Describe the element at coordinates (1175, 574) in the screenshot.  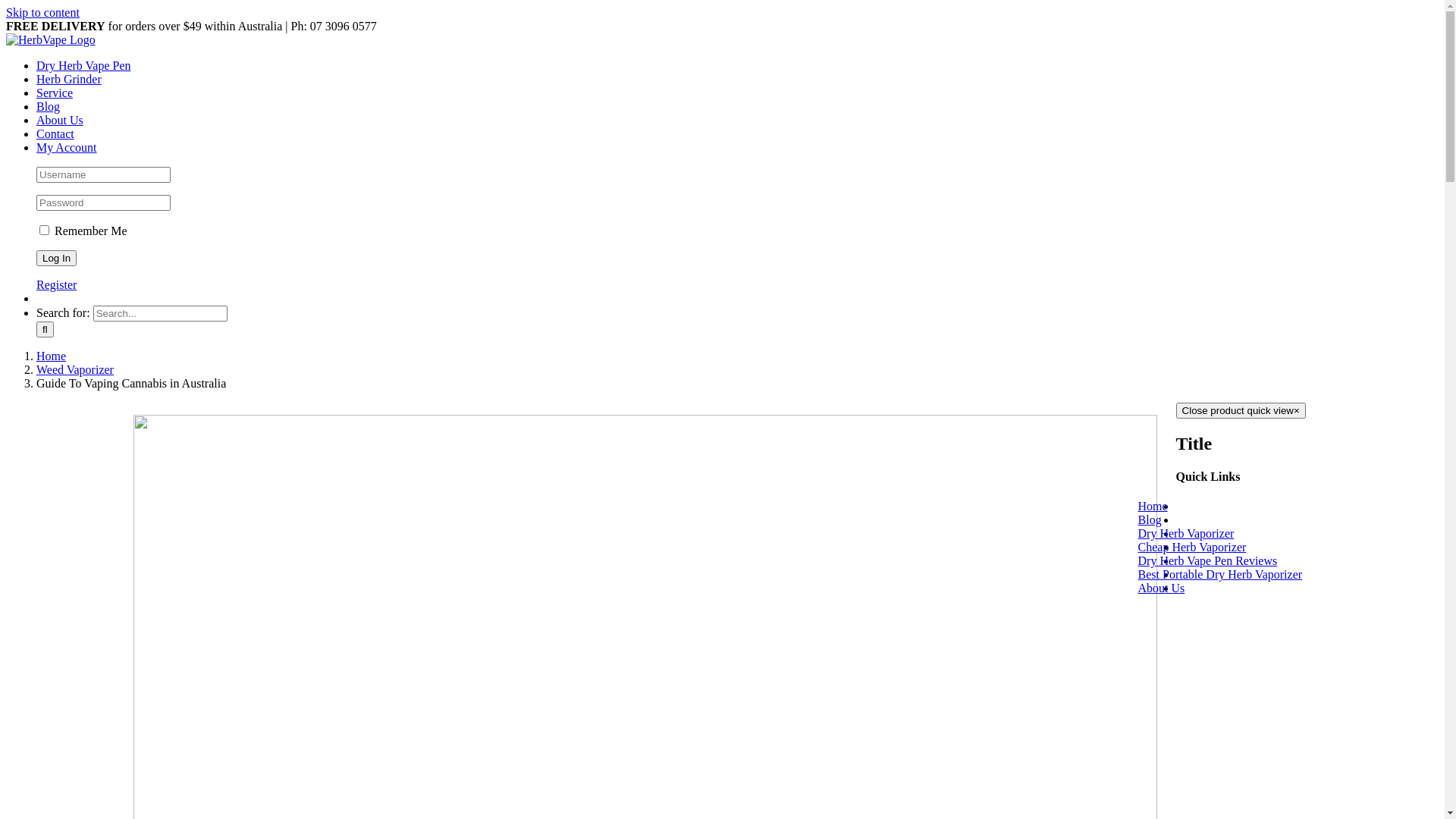
I see `'Best Portable Dry Herb Vaporizer'` at that location.